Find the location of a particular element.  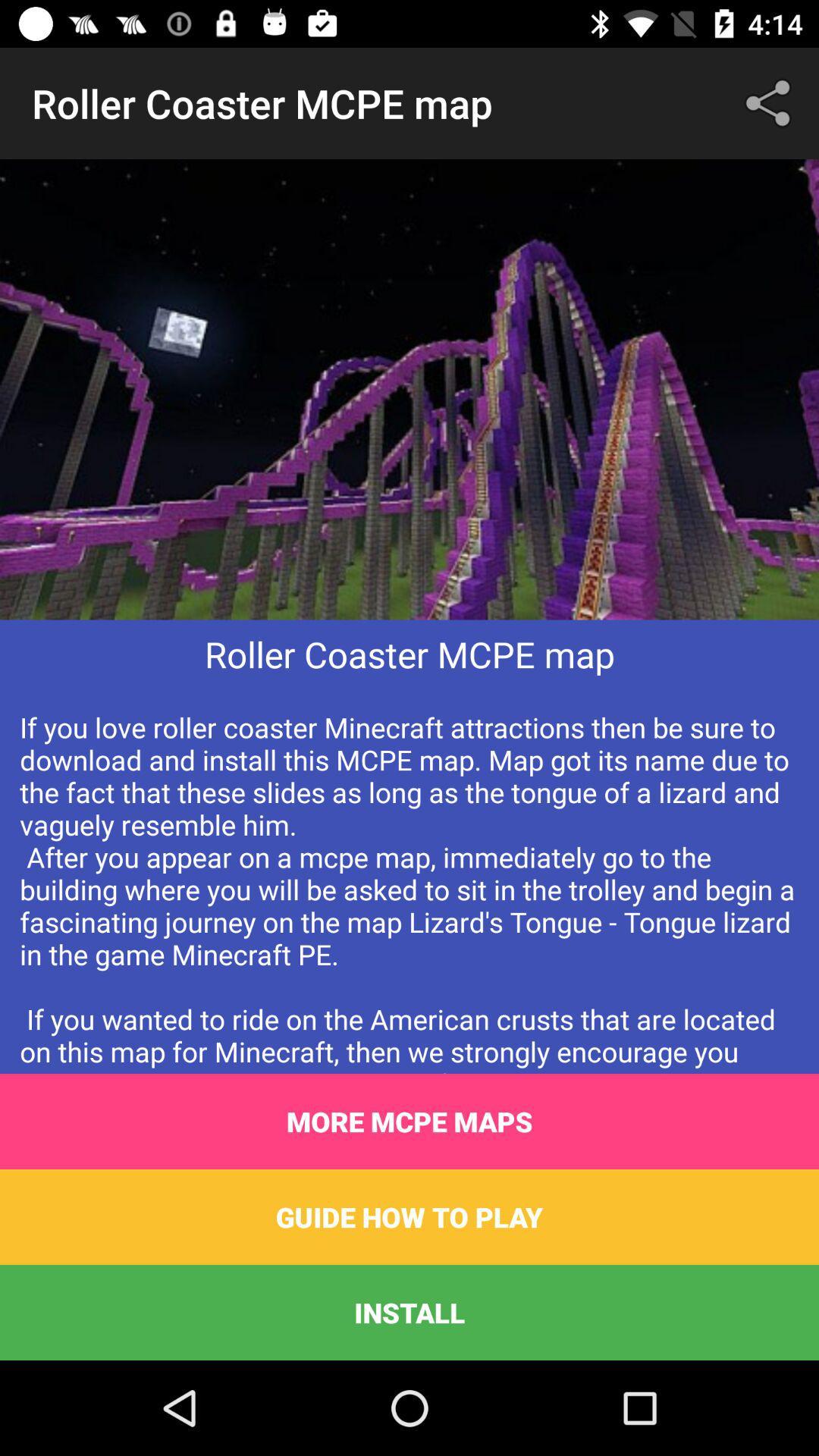

item above the guide how to item is located at coordinates (409, 1121).